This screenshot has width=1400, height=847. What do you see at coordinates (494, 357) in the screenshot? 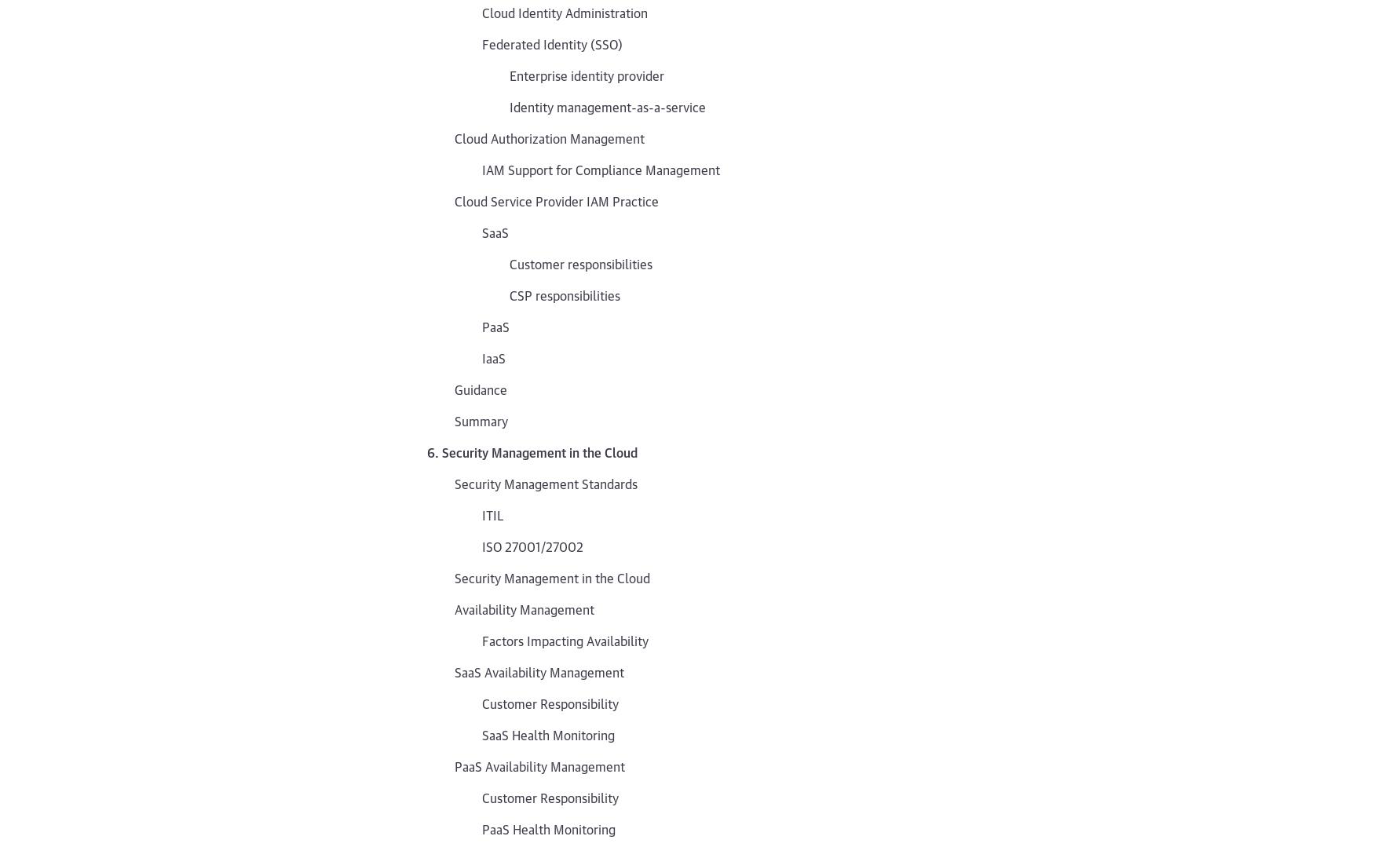
I see `'IaaS'` at bounding box center [494, 357].